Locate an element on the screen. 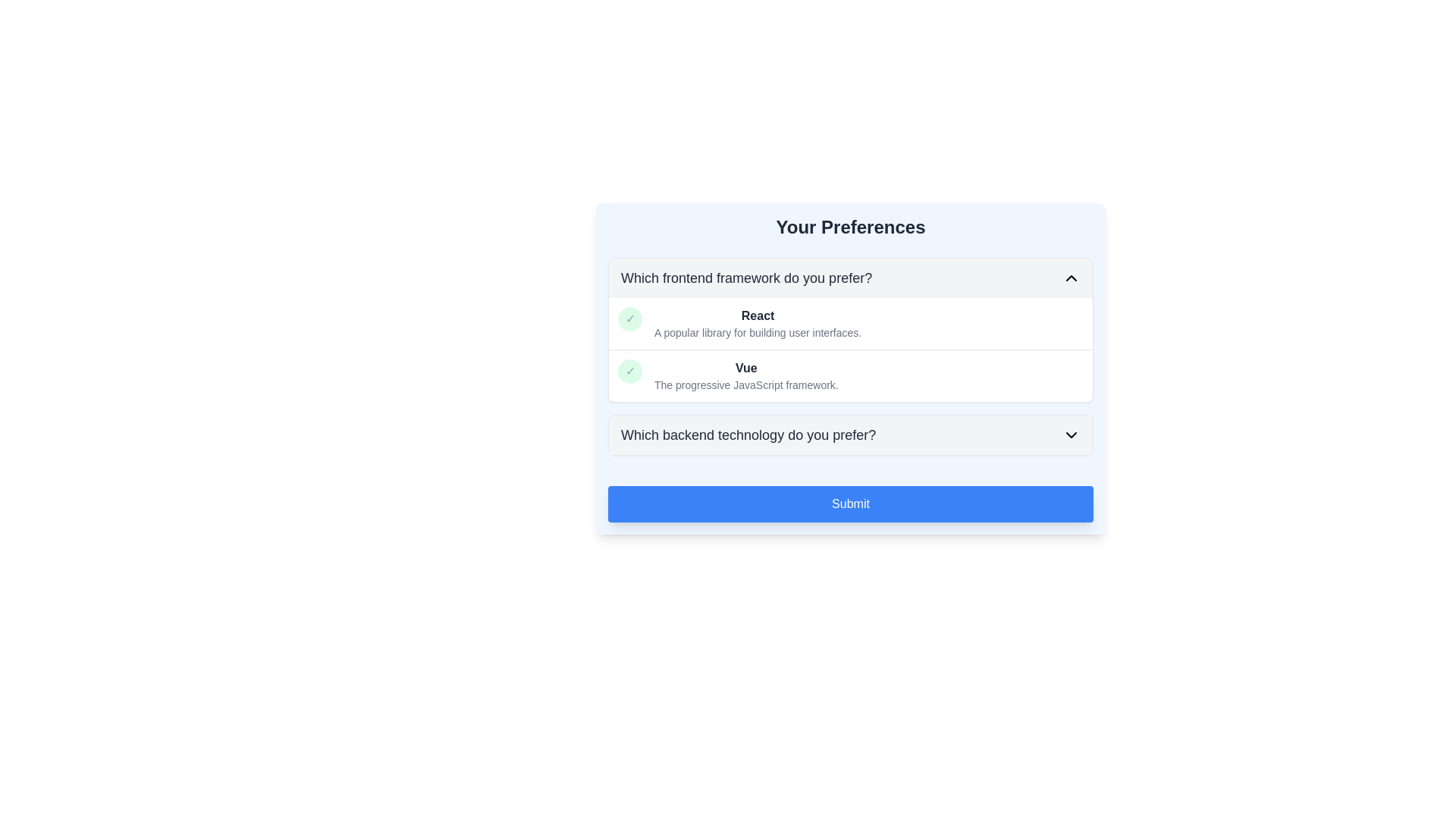  the rounded icon with a light green background and a checkmark symbol ('✓'), located in the top-left corner of the 'Vue' selection row, aligned with the description 'The progressive JavaScript framework.' is located at coordinates (629, 371).